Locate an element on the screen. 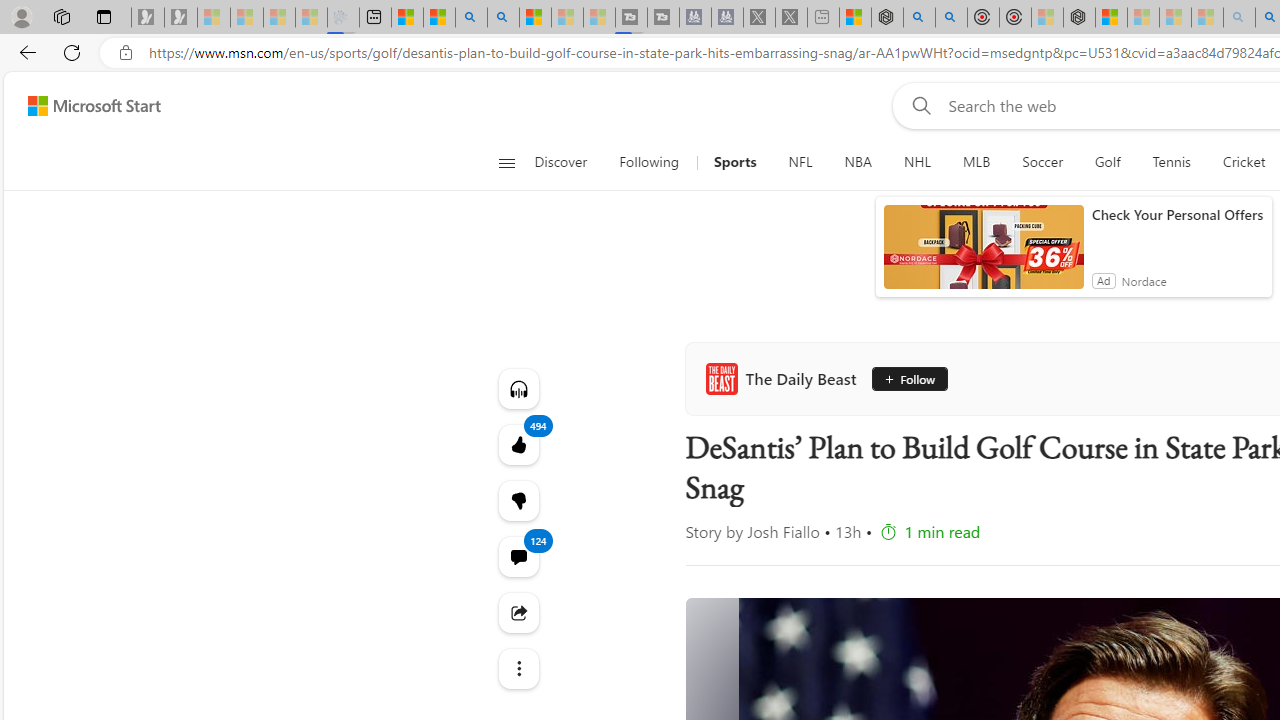  'Soccer' is located at coordinates (1041, 162).